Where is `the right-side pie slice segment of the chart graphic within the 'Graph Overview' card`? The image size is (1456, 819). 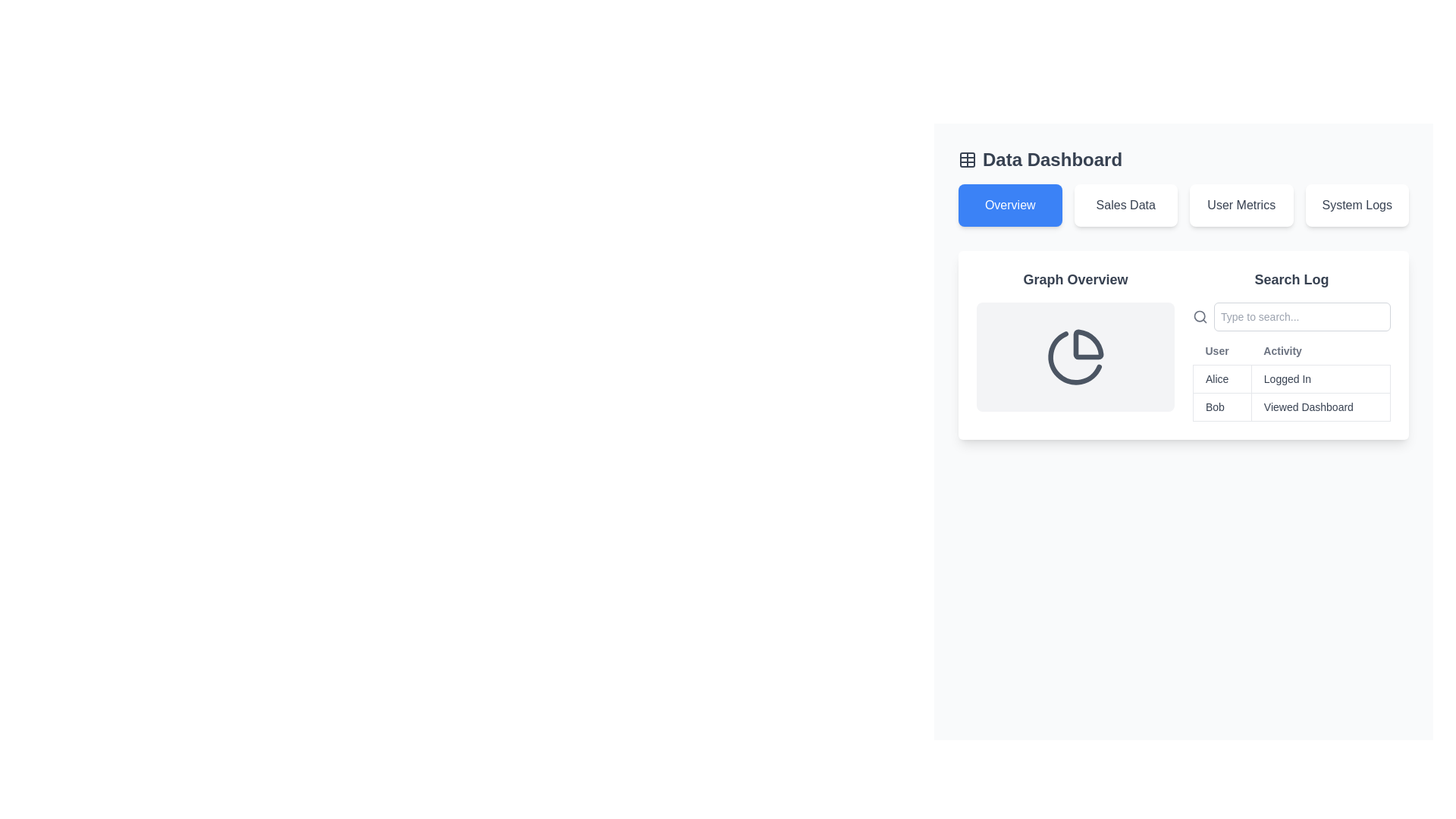 the right-side pie slice segment of the chart graphic within the 'Graph Overview' card is located at coordinates (1087, 344).